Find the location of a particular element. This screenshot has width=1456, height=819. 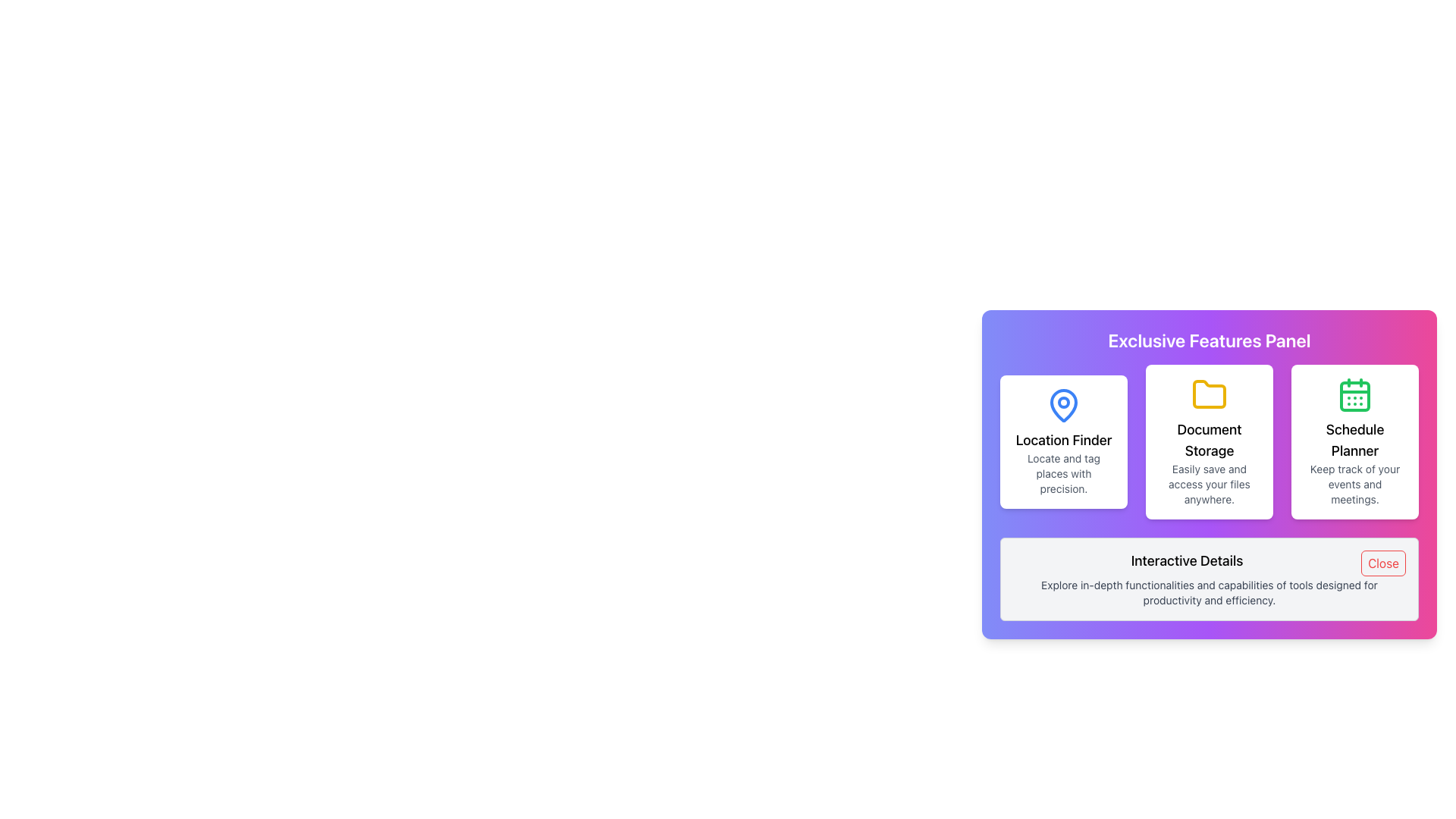

the 'Schedule Planner' text label, which serves as the title of the rightmost card in the 'Exclusive Features Panel' is located at coordinates (1354, 441).